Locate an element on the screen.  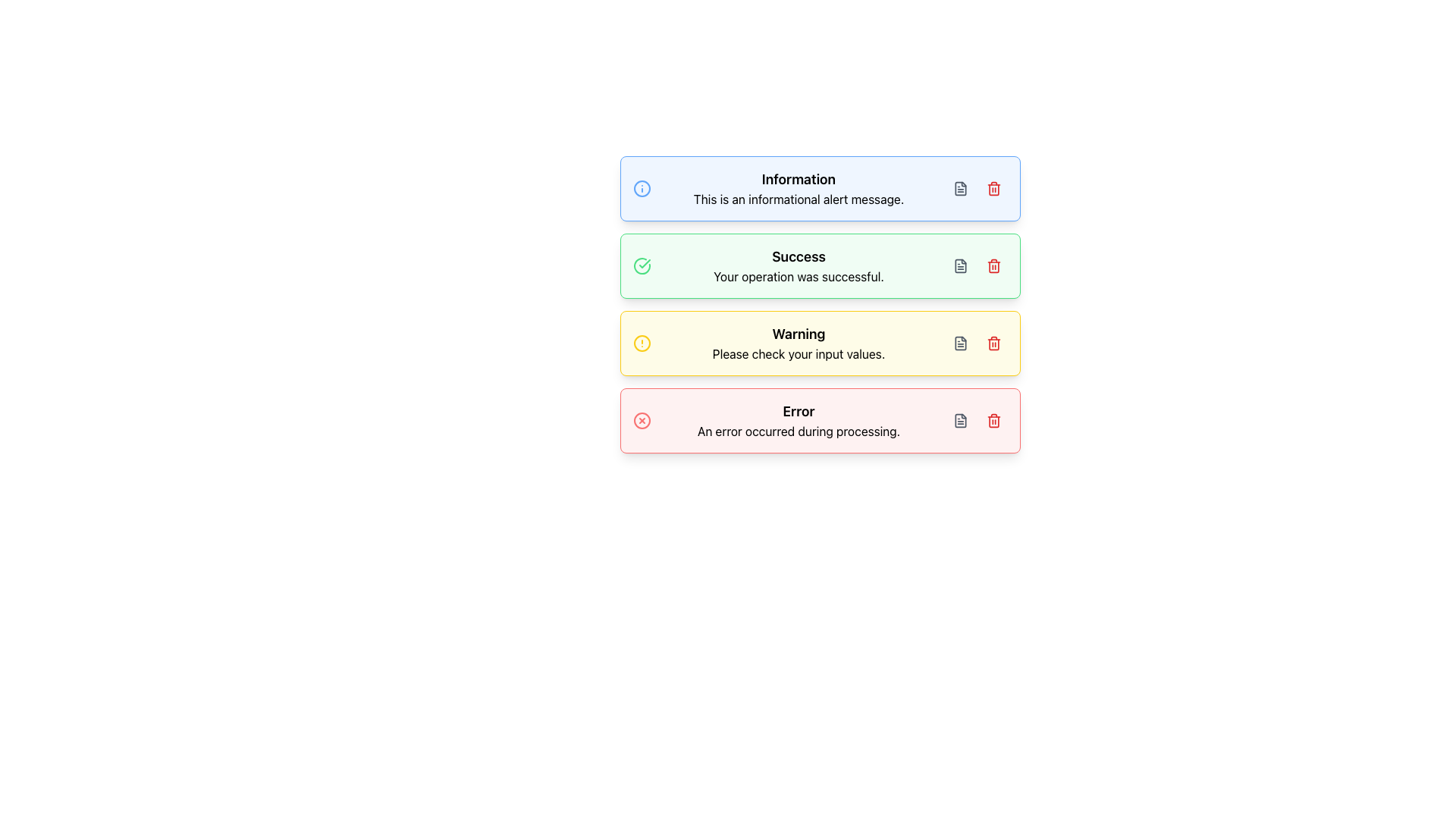
the first button on the right end of the red 'Error' alert section is located at coordinates (959, 421).